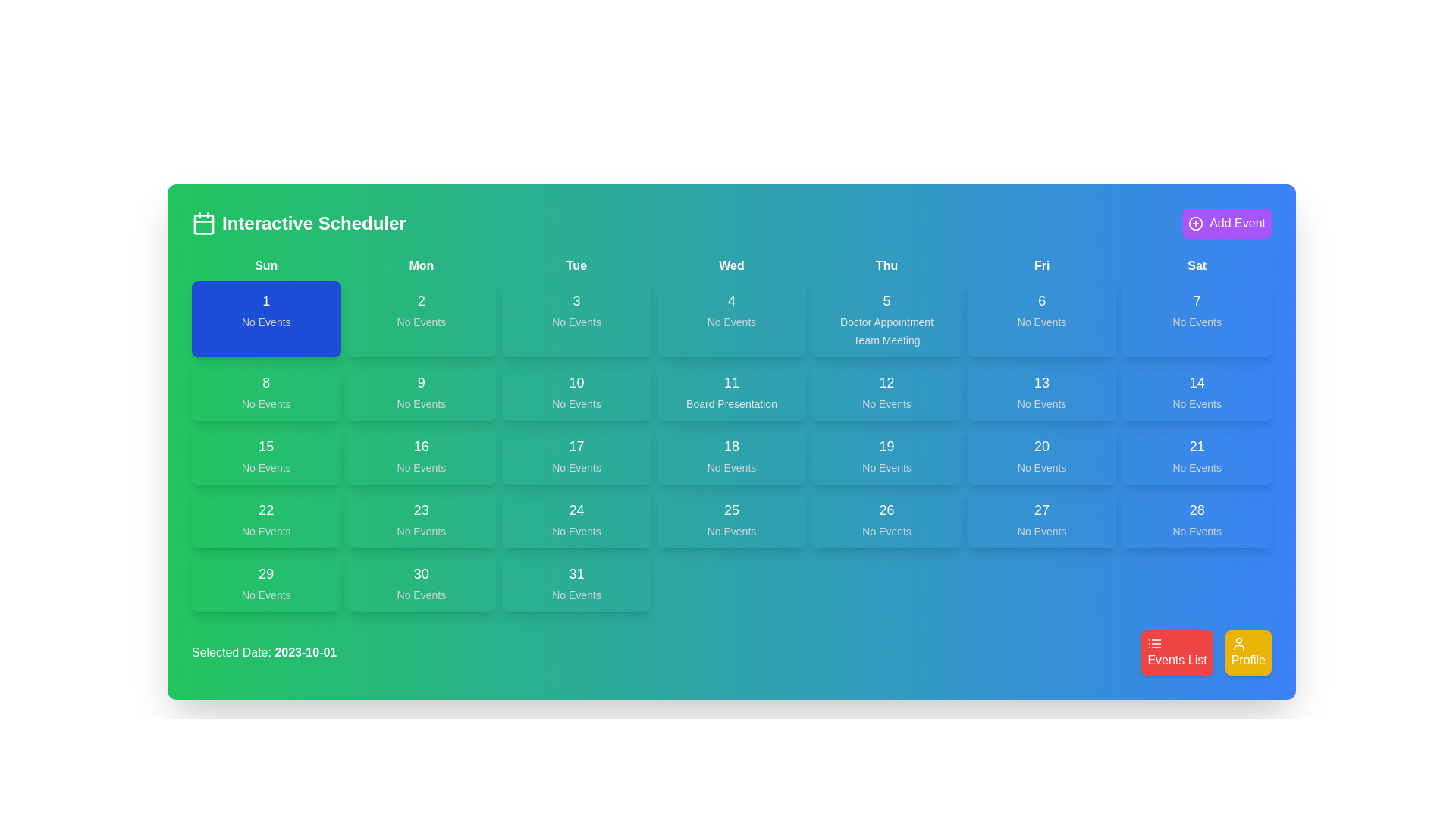 The height and width of the screenshot is (819, 1456). What do you see at coordinates (1041, 519) in the screenshot?
I see `the Interactive calendar day cell containing the text '27' and 'No Events'` at bounding box center [1041, 519].